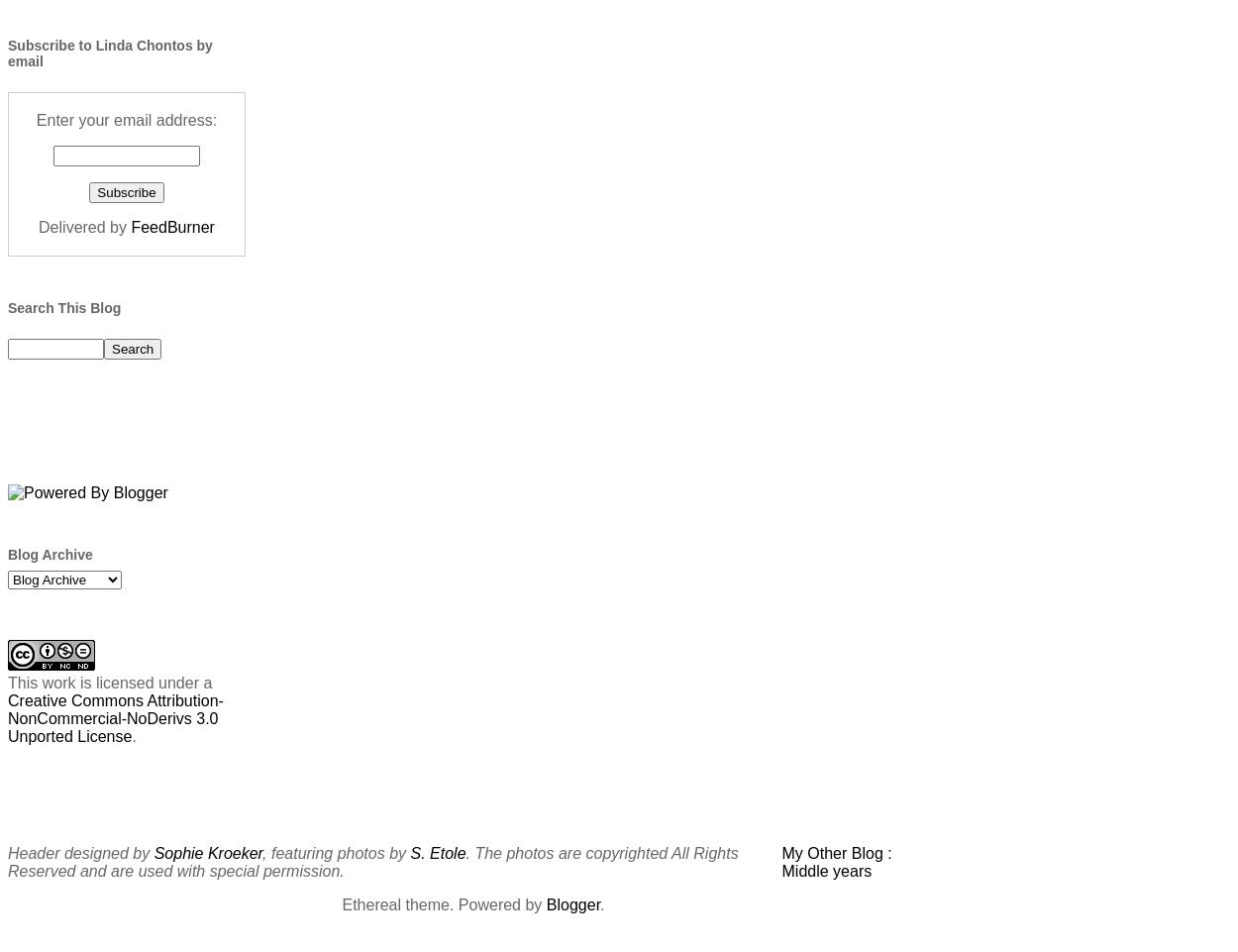 This screenshot has width=1238, height=952. I want to click on ', featuring photos by', so click(335, 851).